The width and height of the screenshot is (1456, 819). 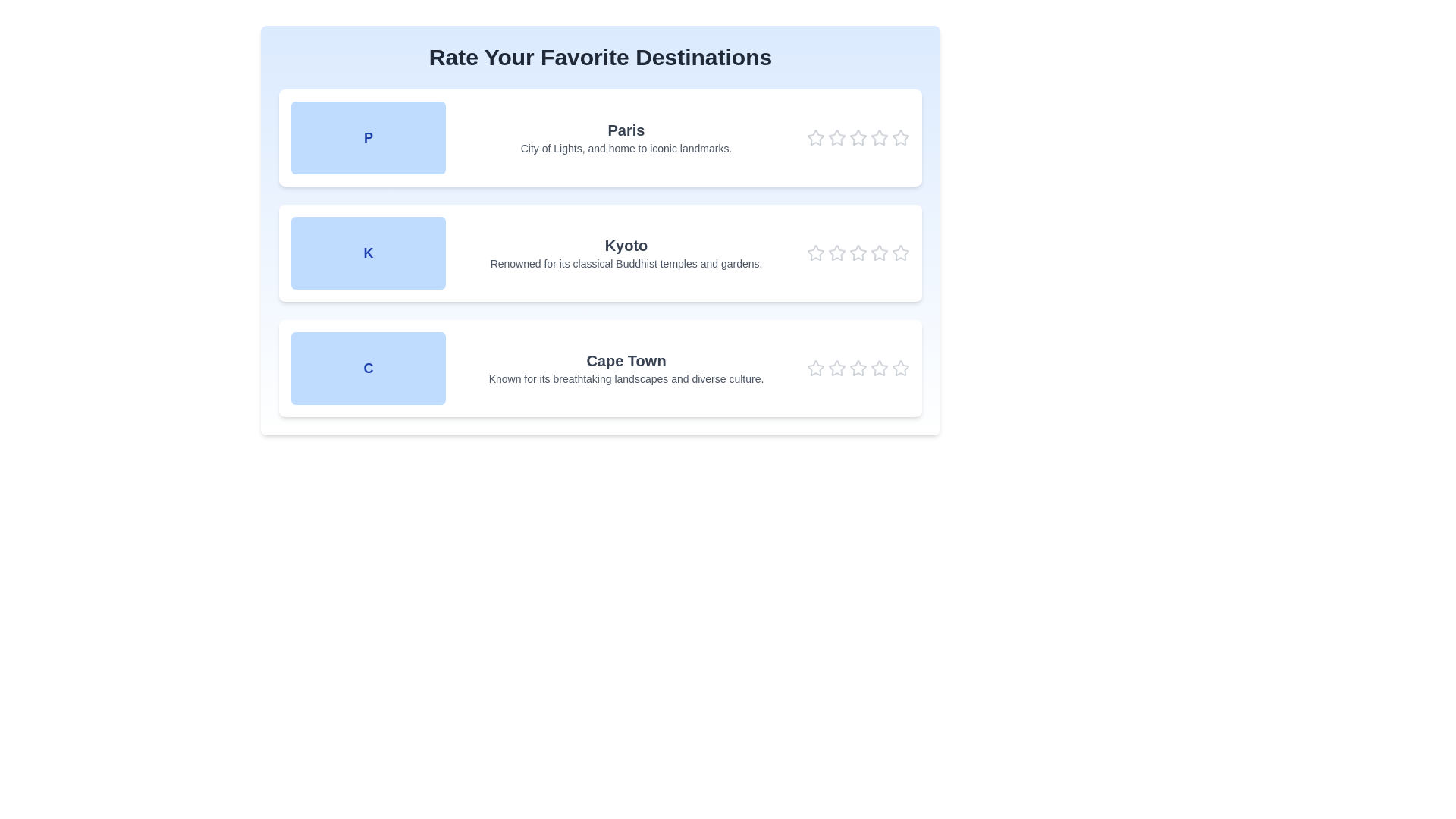 I want to click on the fourth star icon, so click(x=858, y=137).